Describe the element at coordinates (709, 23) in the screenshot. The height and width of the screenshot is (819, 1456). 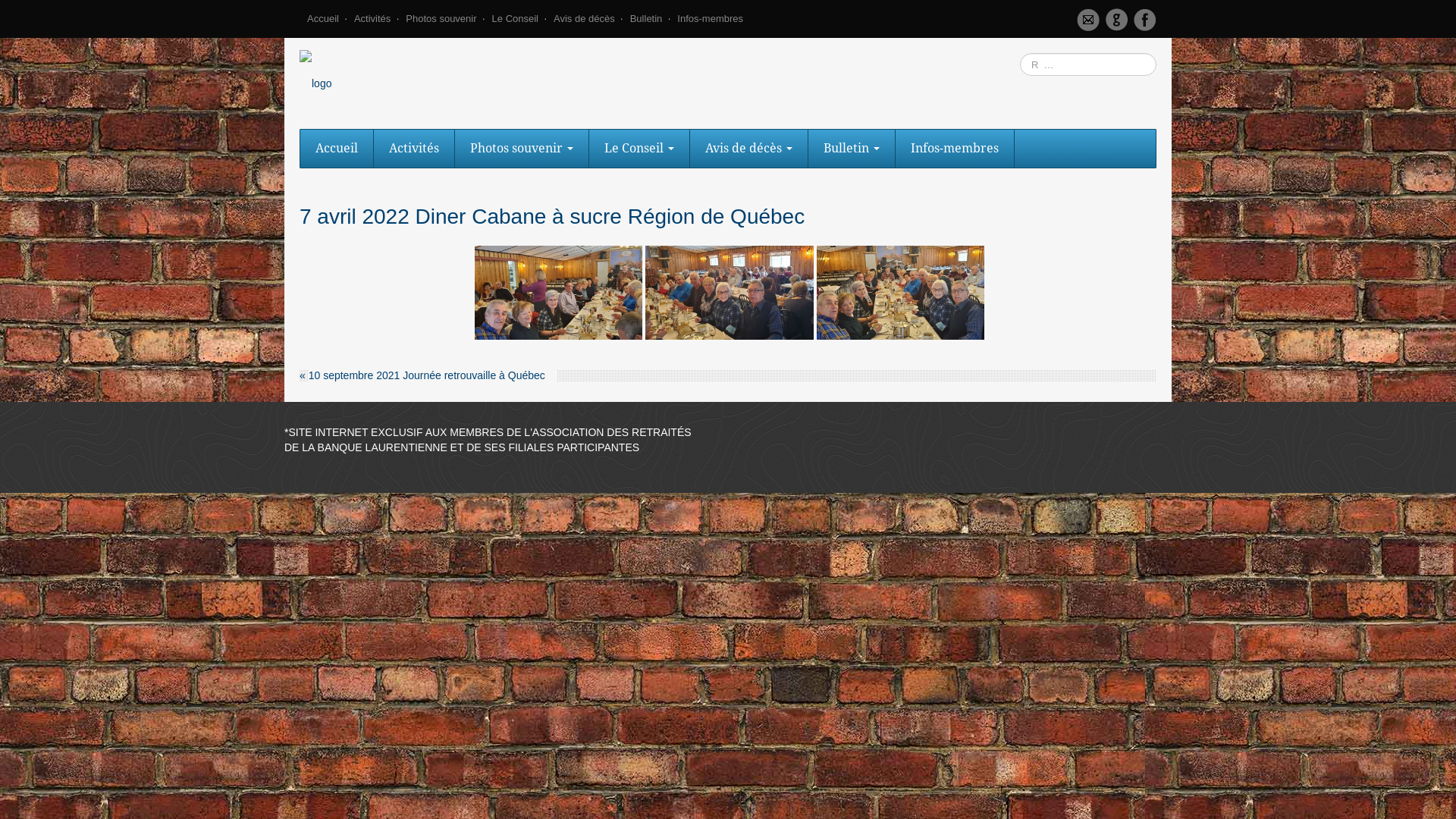
I see `'Infos-membres'` at that location.